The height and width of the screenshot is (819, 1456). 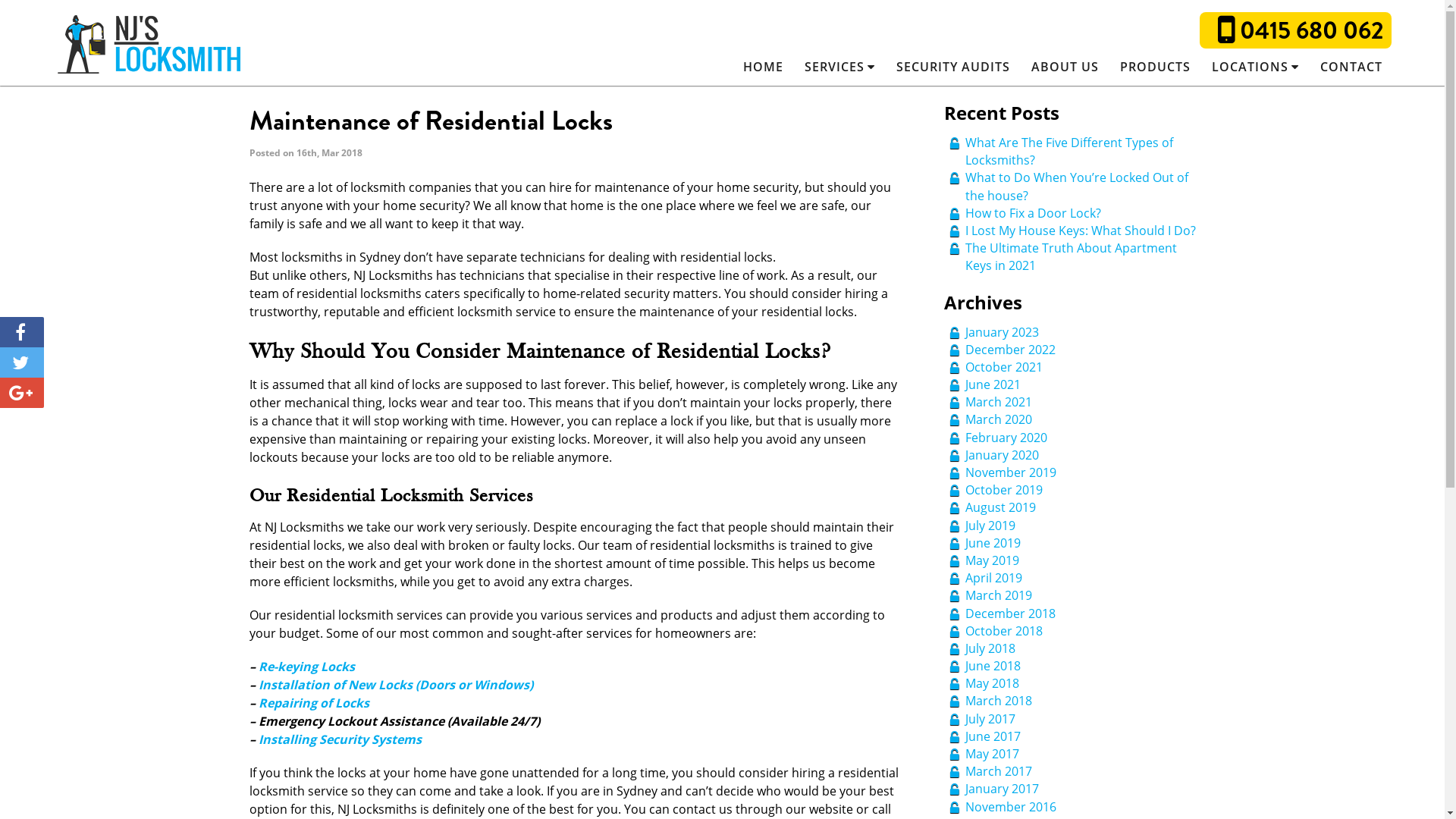 I want to click on 'SERVICES', so click(x=795, y=66).